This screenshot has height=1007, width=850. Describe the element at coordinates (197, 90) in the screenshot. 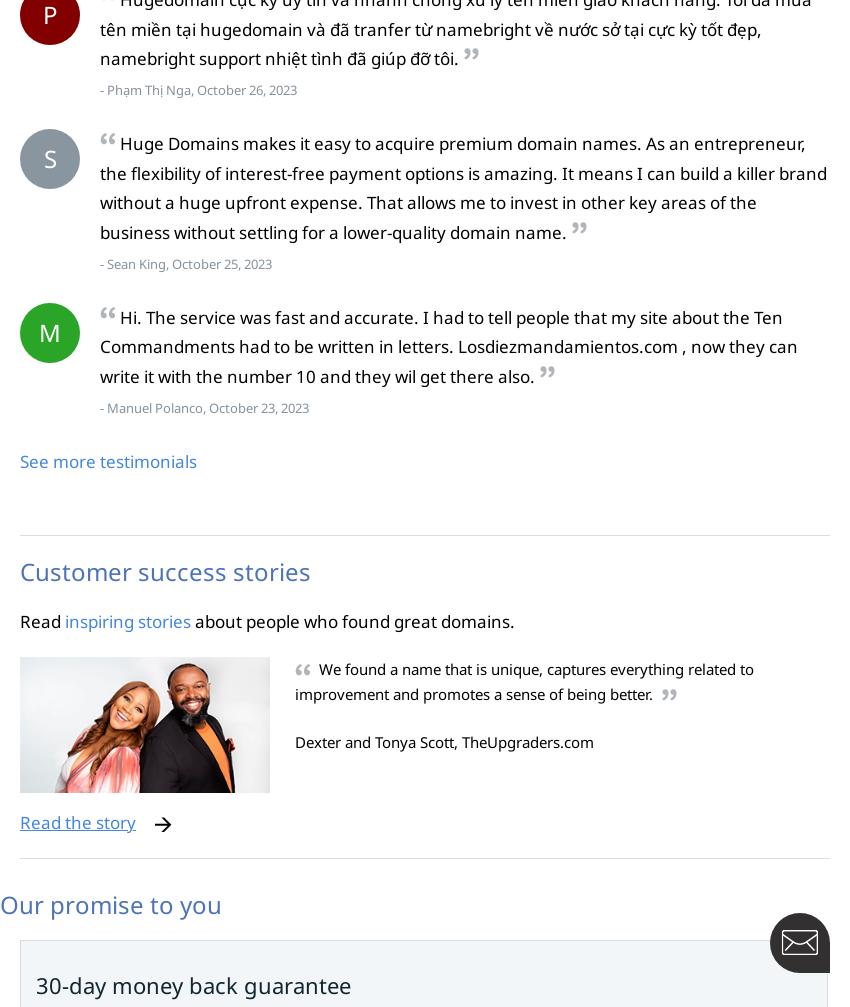

I see `'- Phạm Thị Nga, October 26, 2023'` at that location.